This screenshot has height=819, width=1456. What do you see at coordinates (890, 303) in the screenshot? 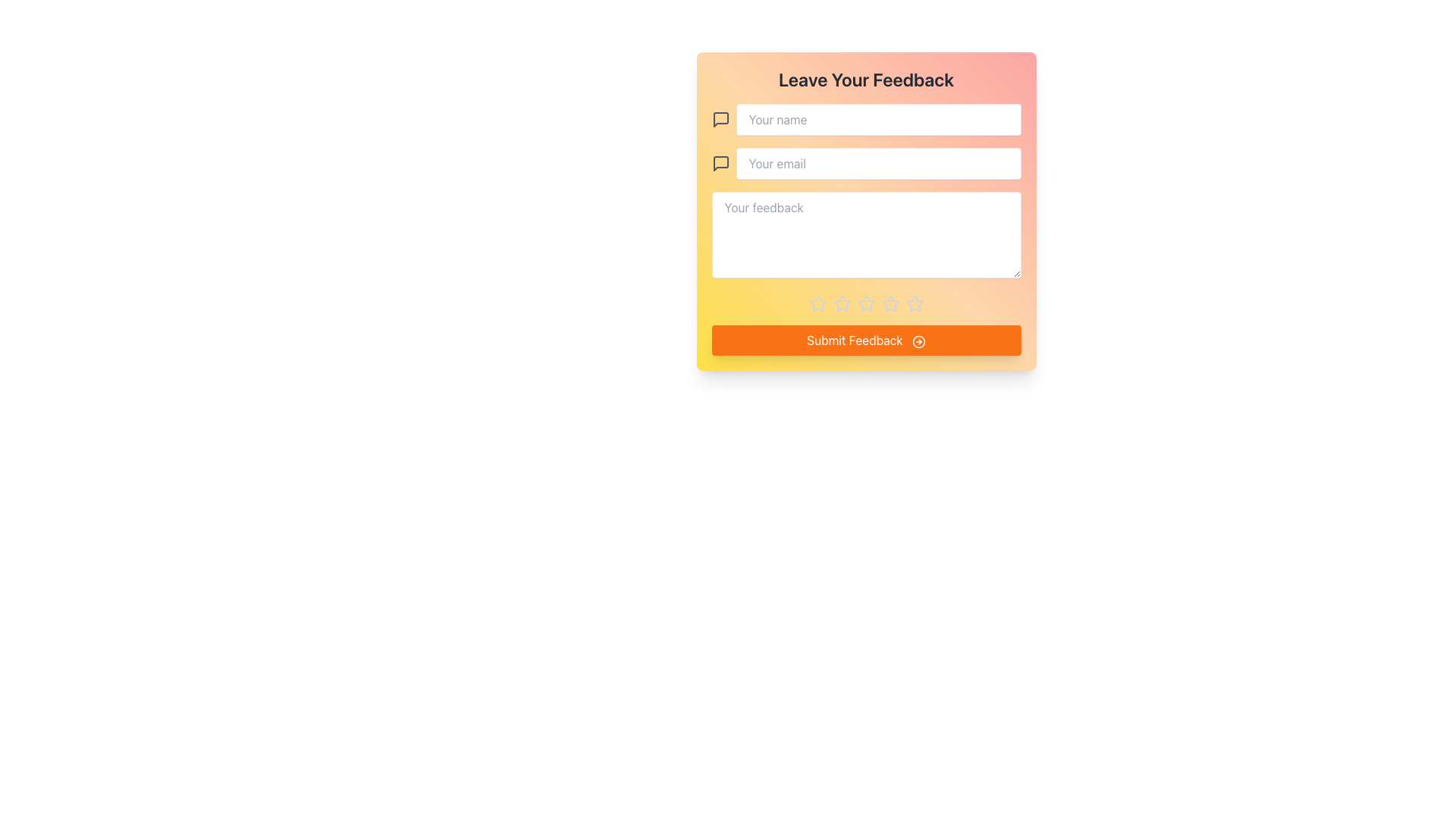
I see `the third star icon in the feedback form to set the rating` at bounding box center [890, 303].